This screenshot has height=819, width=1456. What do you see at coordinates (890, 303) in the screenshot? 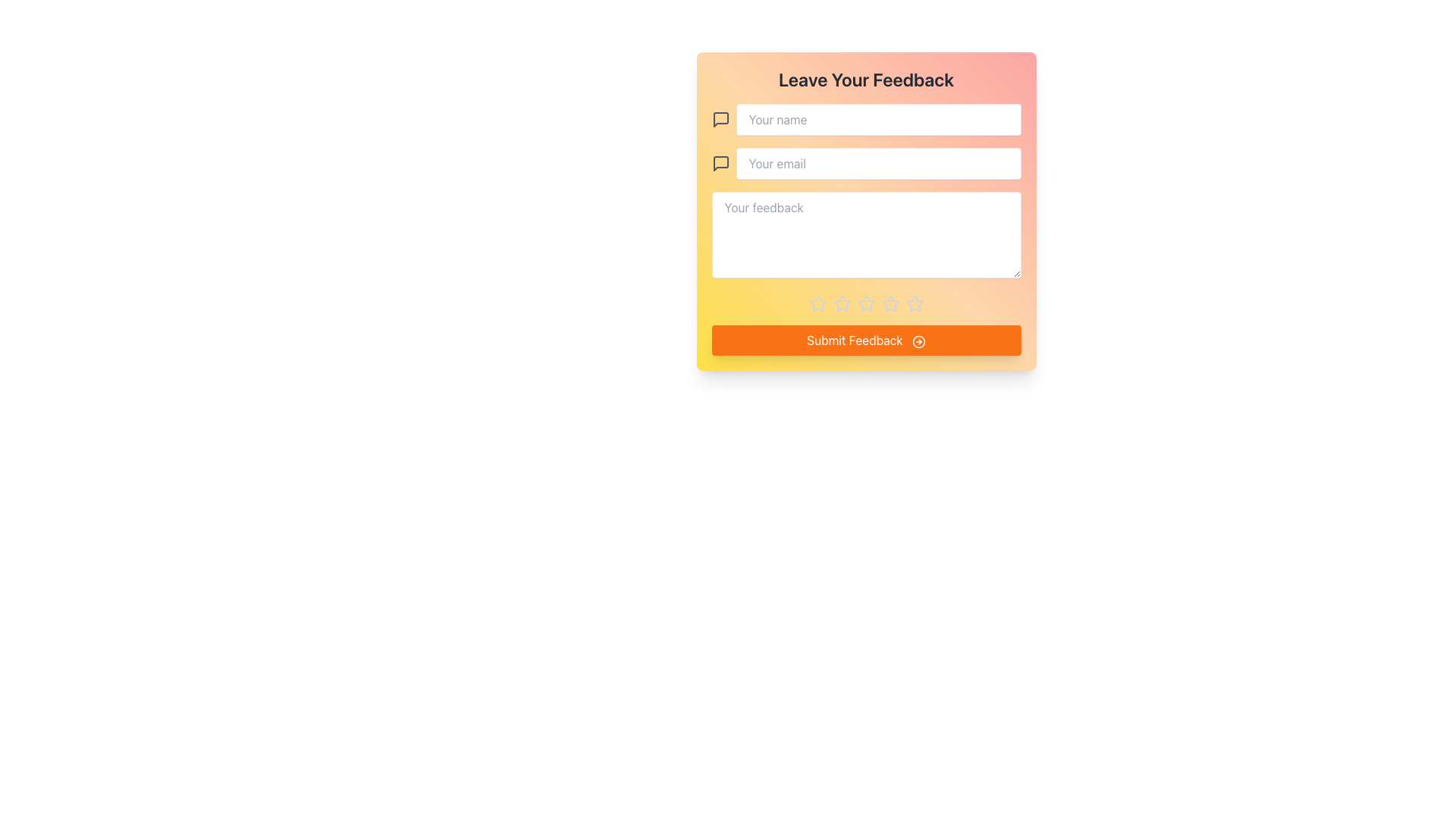
I see `the third star icon in the feedback form to set the rating` at bounding box center [890, 303].